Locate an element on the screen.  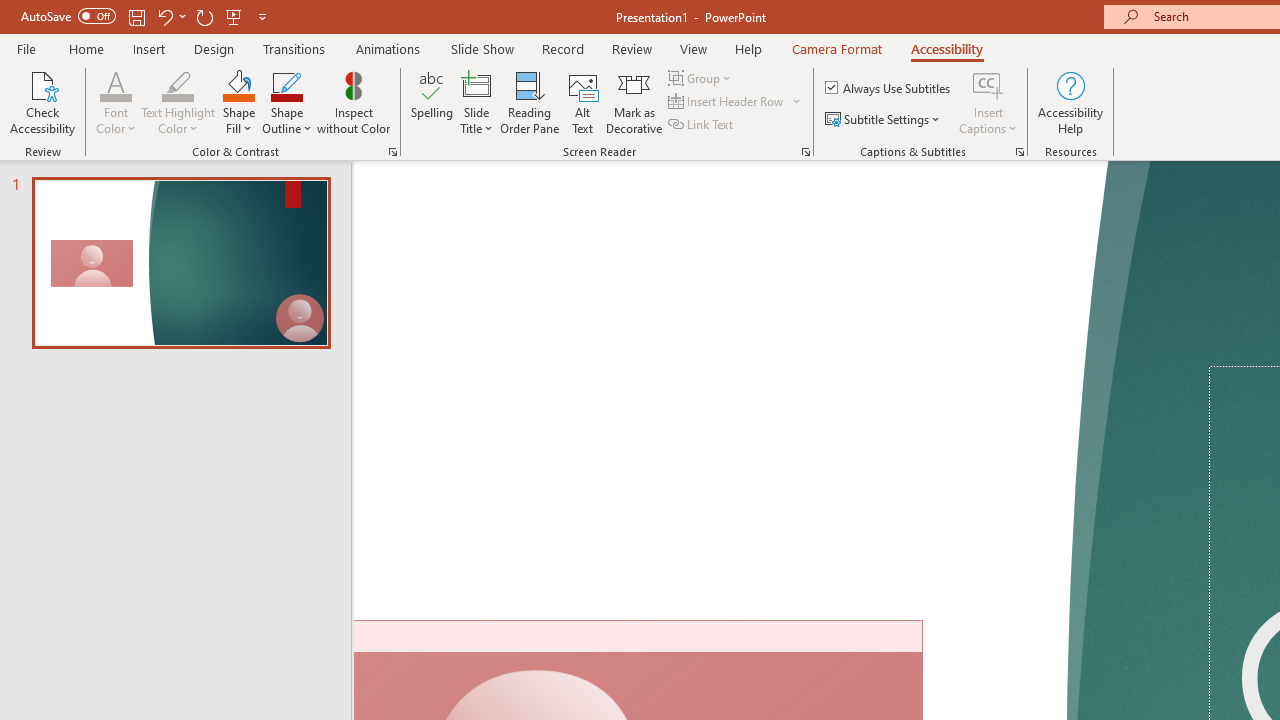
'Link Text' is located at coordinates (702, 124).